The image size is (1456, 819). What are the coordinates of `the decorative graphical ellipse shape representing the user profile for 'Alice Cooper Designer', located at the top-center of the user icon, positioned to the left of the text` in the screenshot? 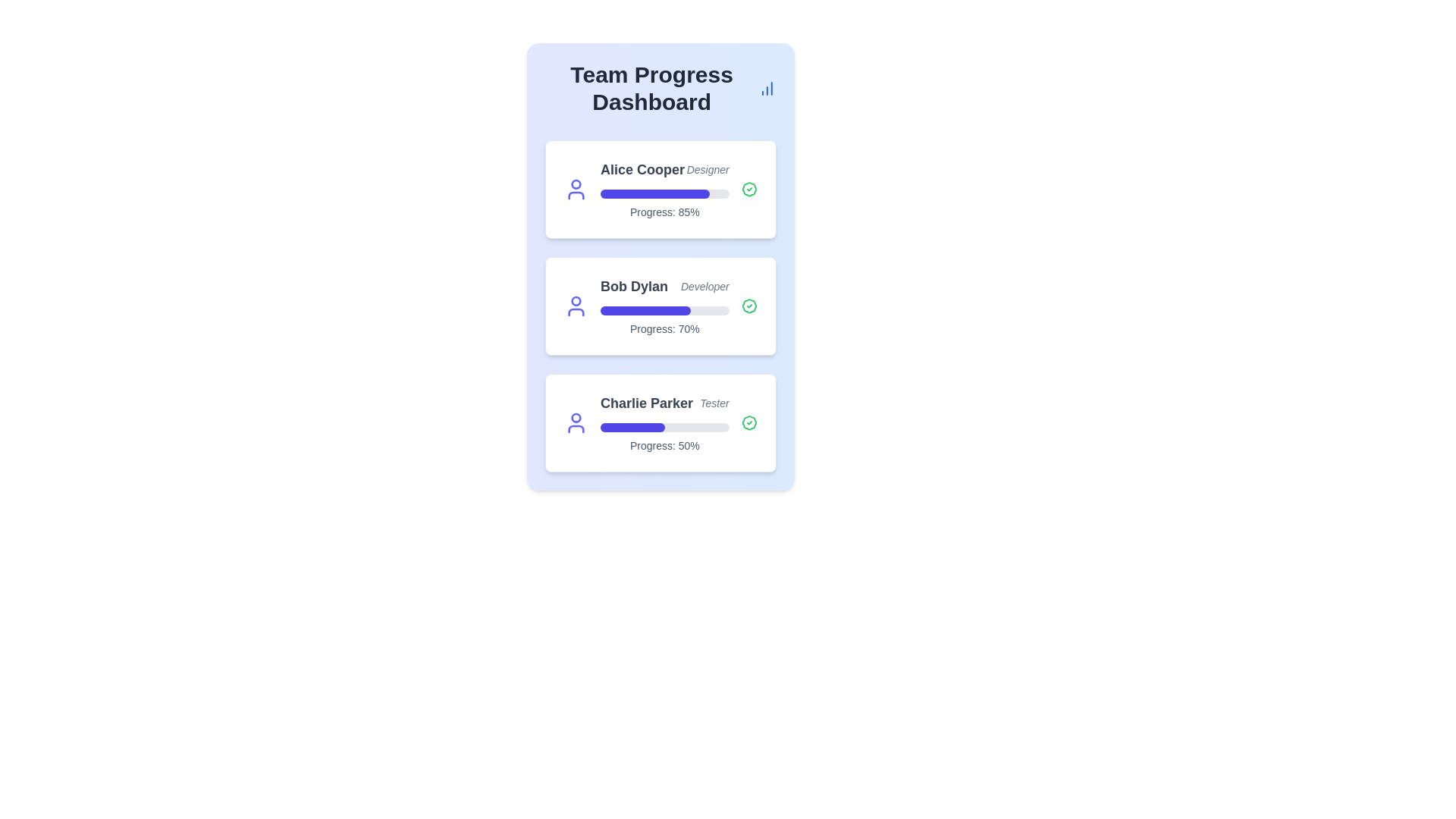 It's located at (575, 184).